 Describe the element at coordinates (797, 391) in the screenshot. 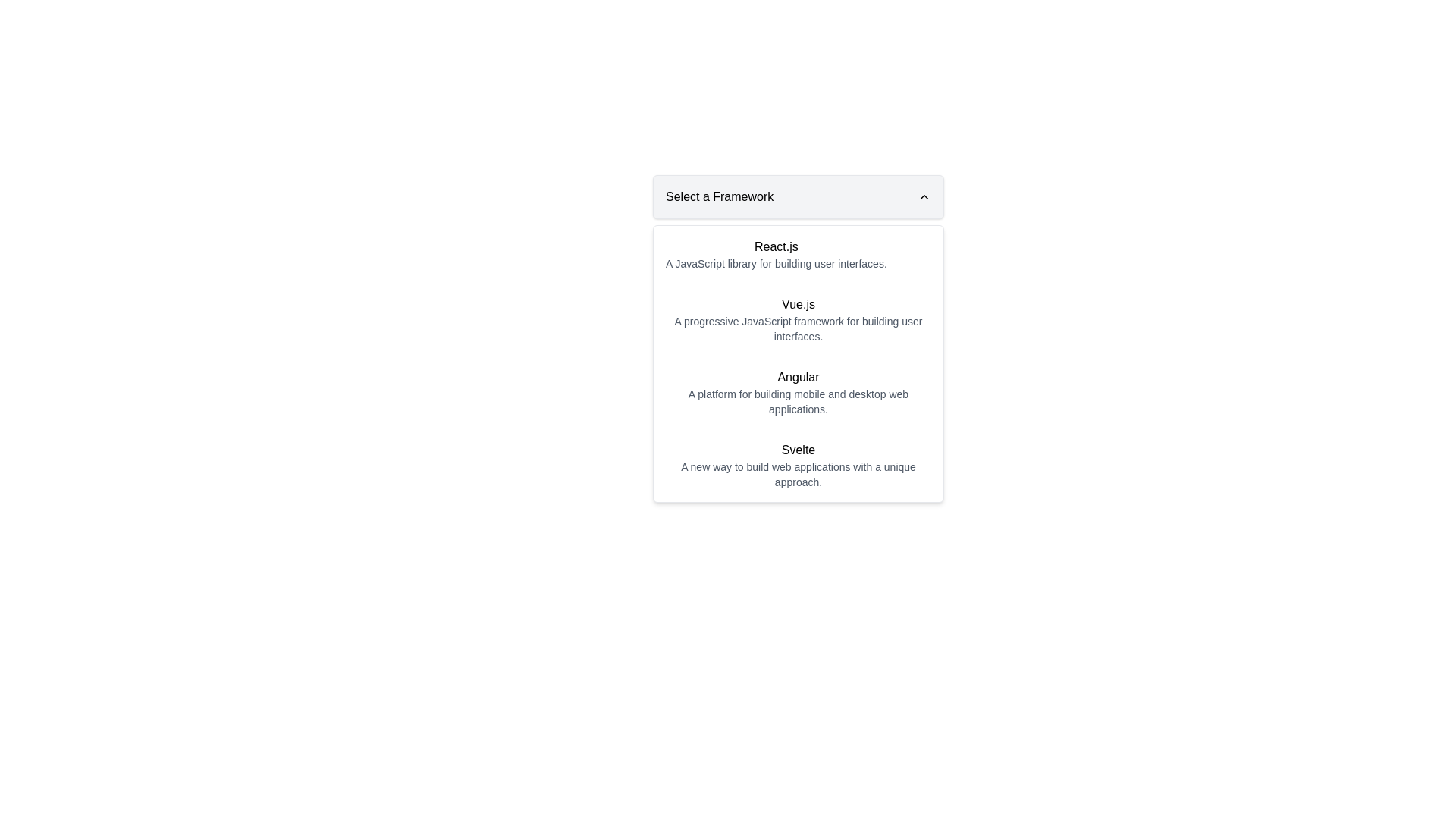

I see `the text block representing the framework option 'Angular' within the third item of a vertical list of frameworks` at that location.